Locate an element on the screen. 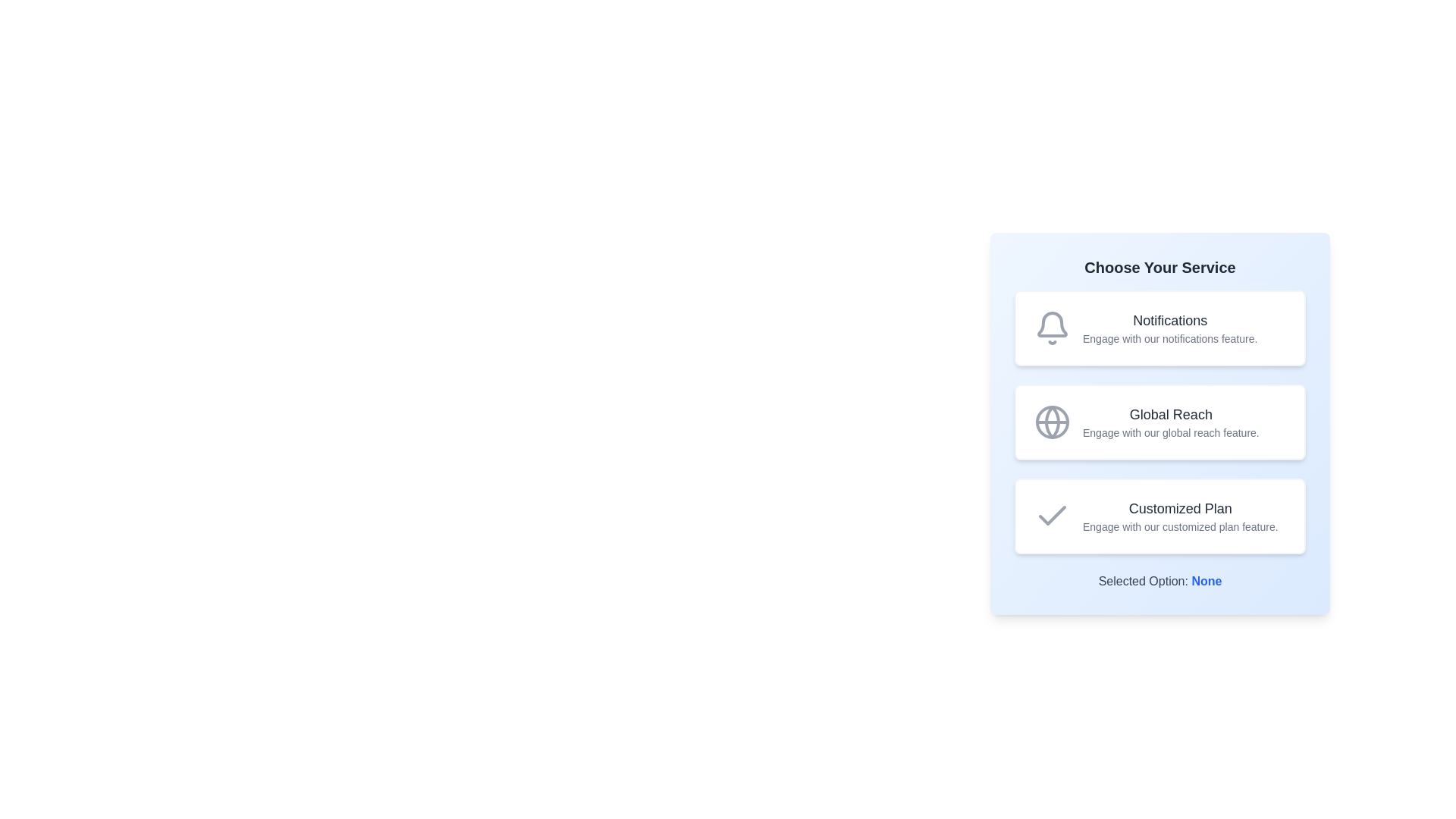 Image resolution: width=1456 pixels, height=819 pixels. the informational card for 'Global Reach' located in the 'Choose Your Service' section is located at coordinates (1159, 422).